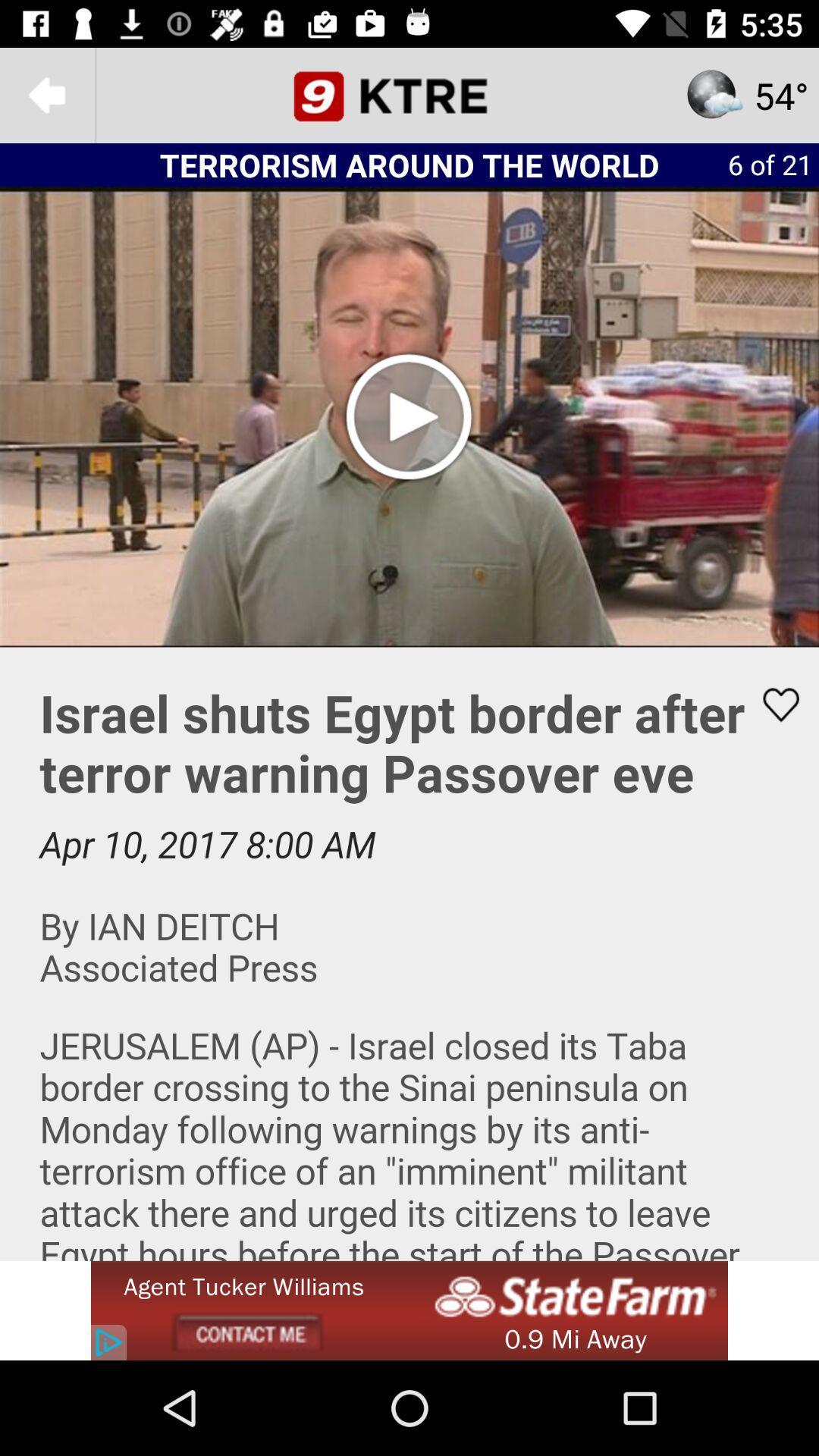 This screenshot has height=1456, width=819. I want to click on this article, so click(771, 704).